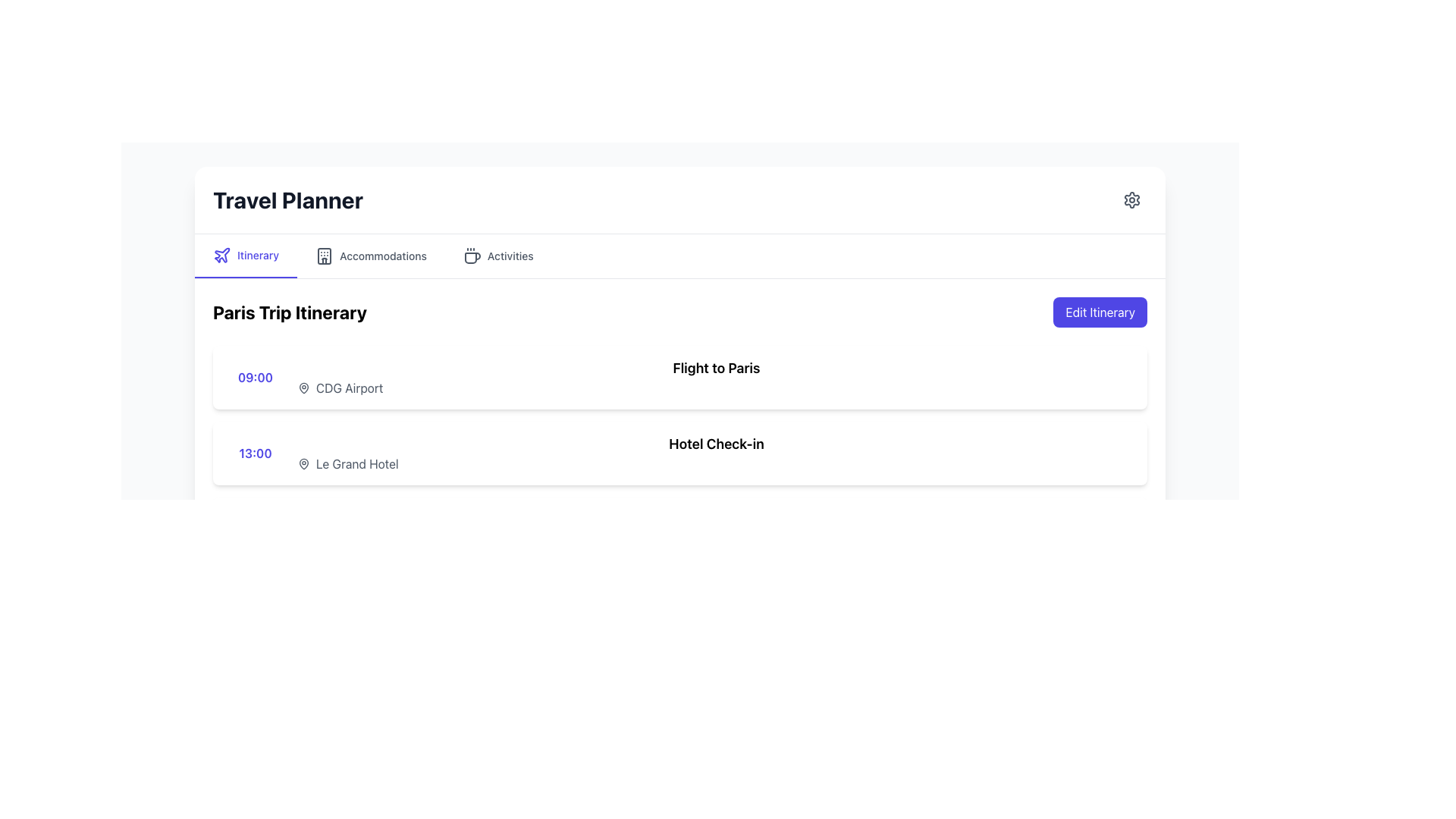  Describe the element at coordinates (716, 452) in the screenshot. I see `the 'Hotel Check-in' text element, which displays the phrase in bold and is located near the center of the content area within a row that starts with '13:00'` at that location.